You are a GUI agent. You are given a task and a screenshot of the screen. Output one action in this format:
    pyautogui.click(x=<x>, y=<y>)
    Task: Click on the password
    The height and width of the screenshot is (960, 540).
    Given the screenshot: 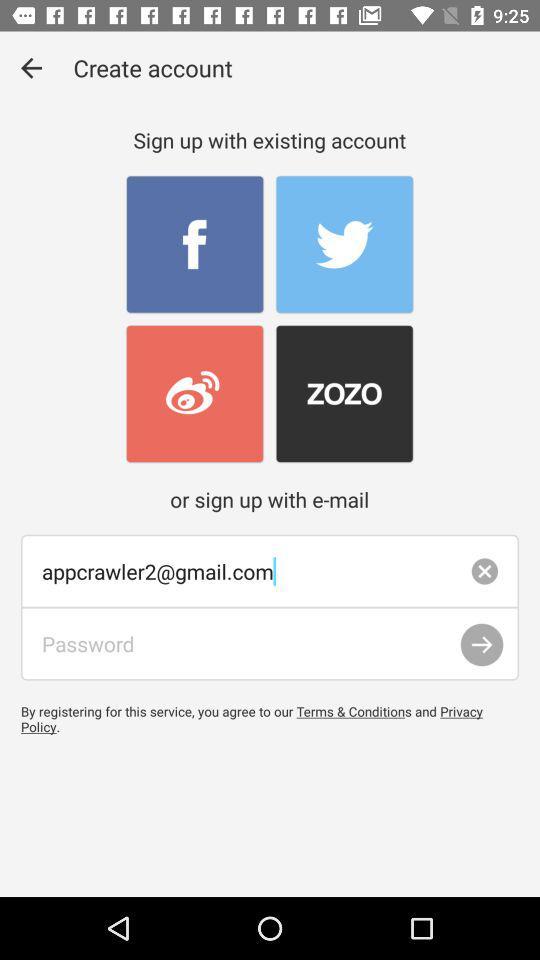 What is the action you would take?
    pyautogui.click(x=270, y=642)
    